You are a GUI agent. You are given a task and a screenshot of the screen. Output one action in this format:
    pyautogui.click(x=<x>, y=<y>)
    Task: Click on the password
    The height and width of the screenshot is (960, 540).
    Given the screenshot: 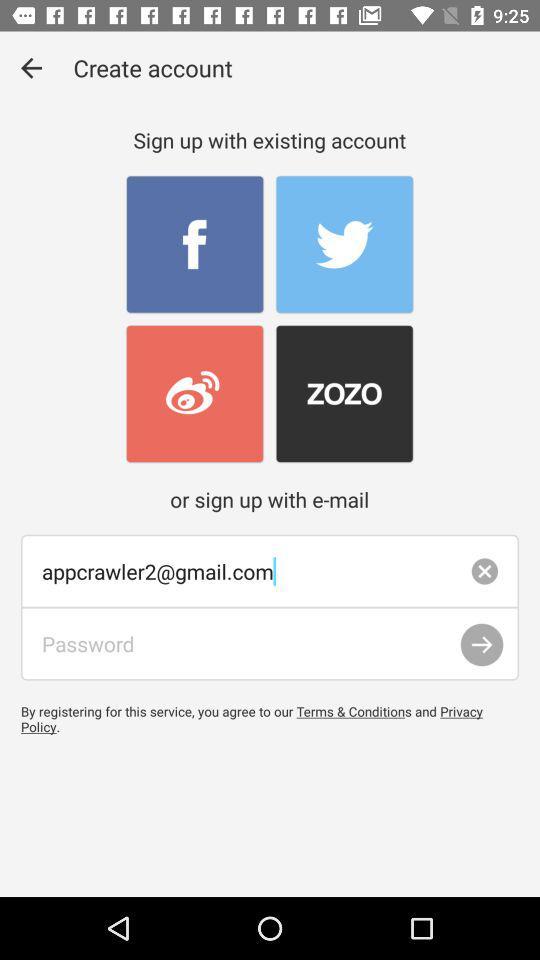 What is the action you would take?
    pyautogui.click(x=270, y=642)
    